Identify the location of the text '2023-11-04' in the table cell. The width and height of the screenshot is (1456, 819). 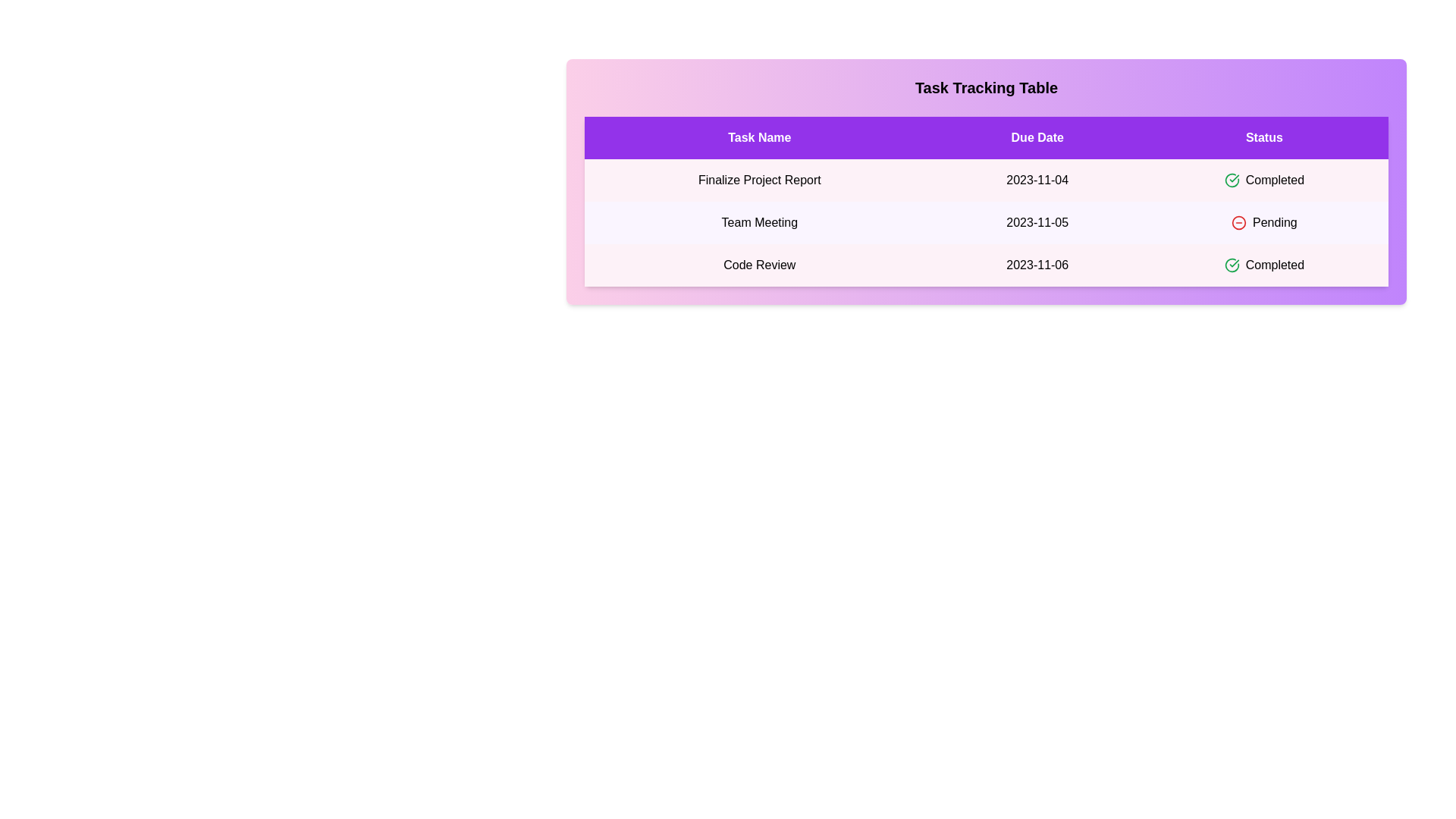
(1037, 180).